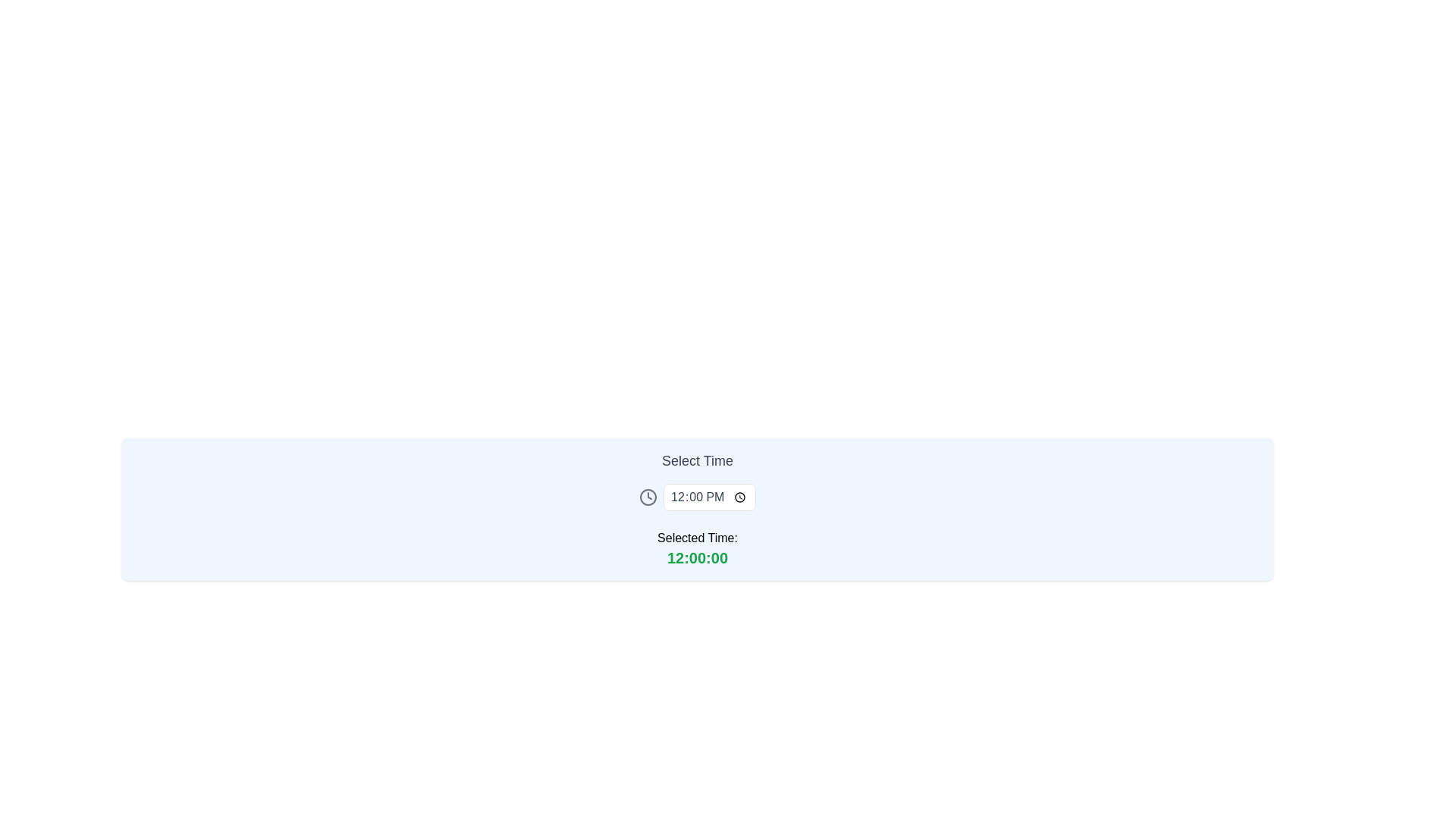  What do you see at coordinates (648, 497) in the screenshot?
I see `the circular element of the clock icon, which serves as the outer boundary and is located to the left of the '12:00 PM' time selection input field` at bounding box center [648, 497].